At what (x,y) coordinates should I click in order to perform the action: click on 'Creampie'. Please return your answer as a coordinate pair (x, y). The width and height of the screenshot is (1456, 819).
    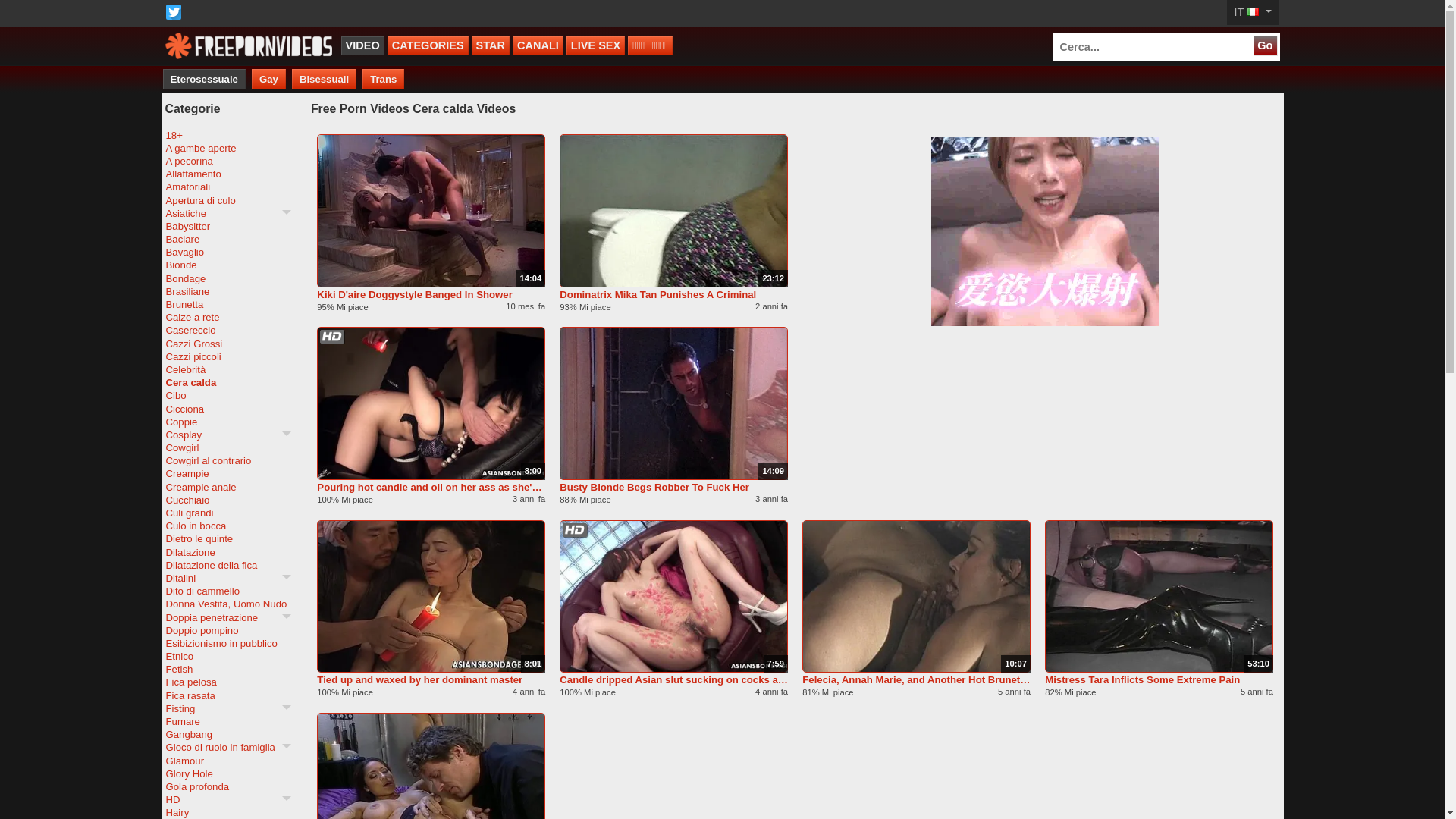
    Looking at the image, I should click on (227, 472).